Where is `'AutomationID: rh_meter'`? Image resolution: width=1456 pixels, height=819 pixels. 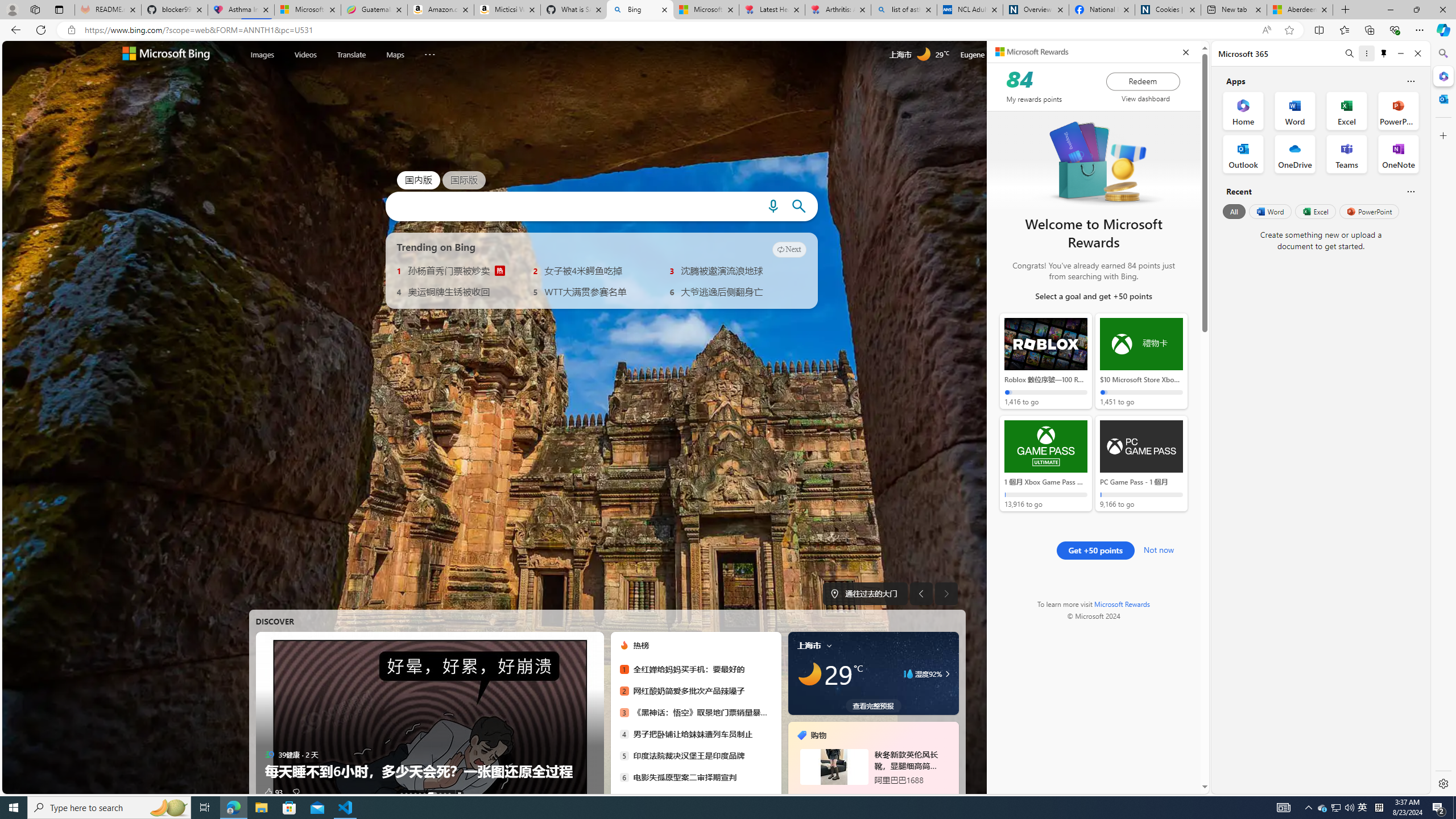
'AutomationID: rh_meter' is located at coordinates (1038, 54).